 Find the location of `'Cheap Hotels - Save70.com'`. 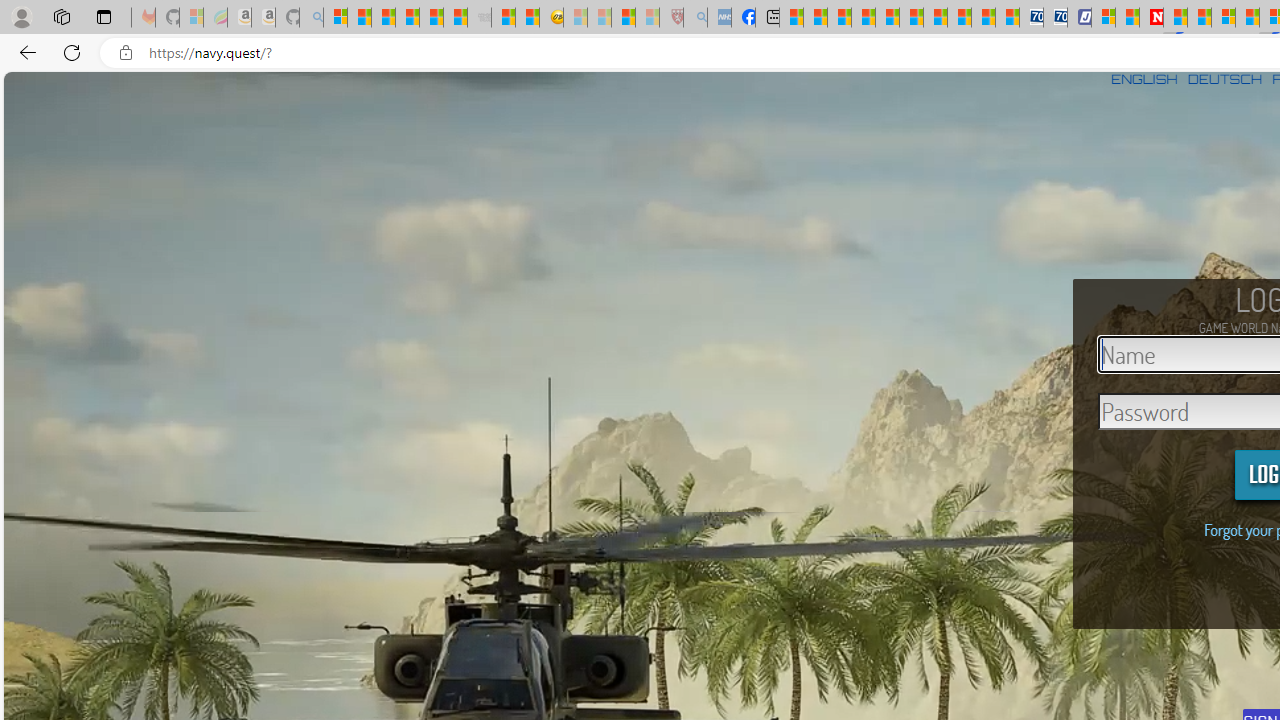

'Cheap Hotels - Save70.com' is located at coordinates (1055, 17).